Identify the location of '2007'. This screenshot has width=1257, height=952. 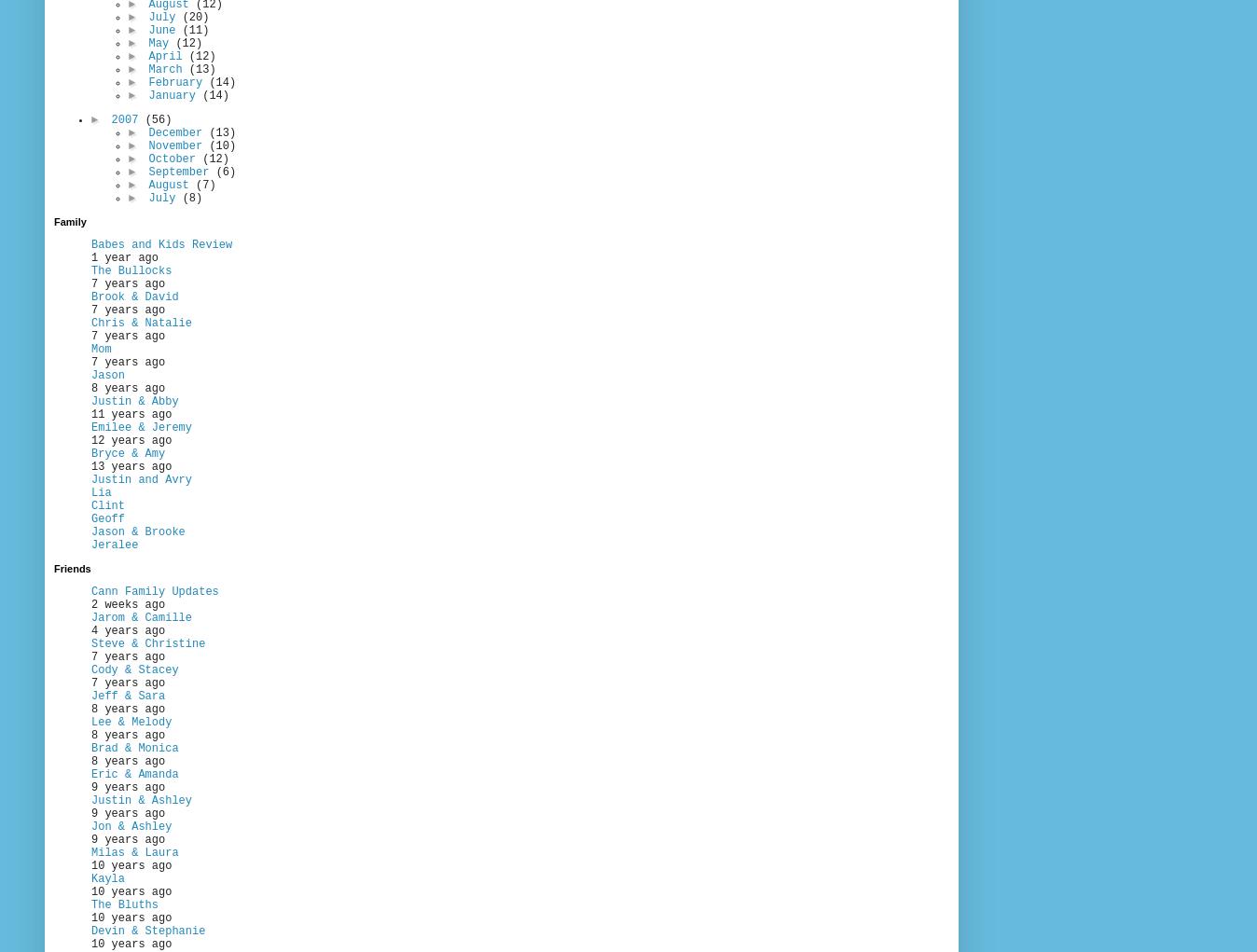
(126, 119).